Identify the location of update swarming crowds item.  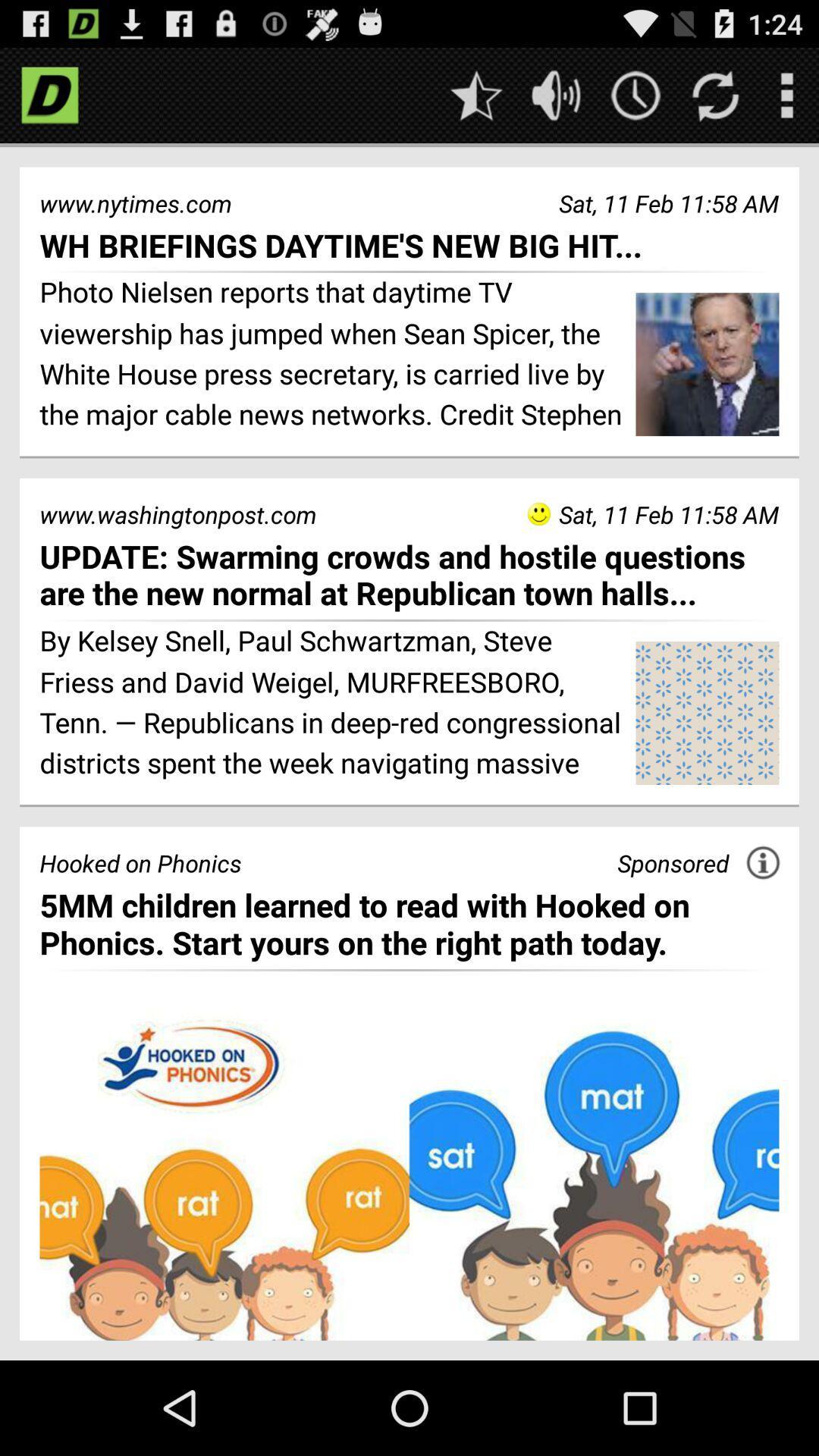
(409, 574).